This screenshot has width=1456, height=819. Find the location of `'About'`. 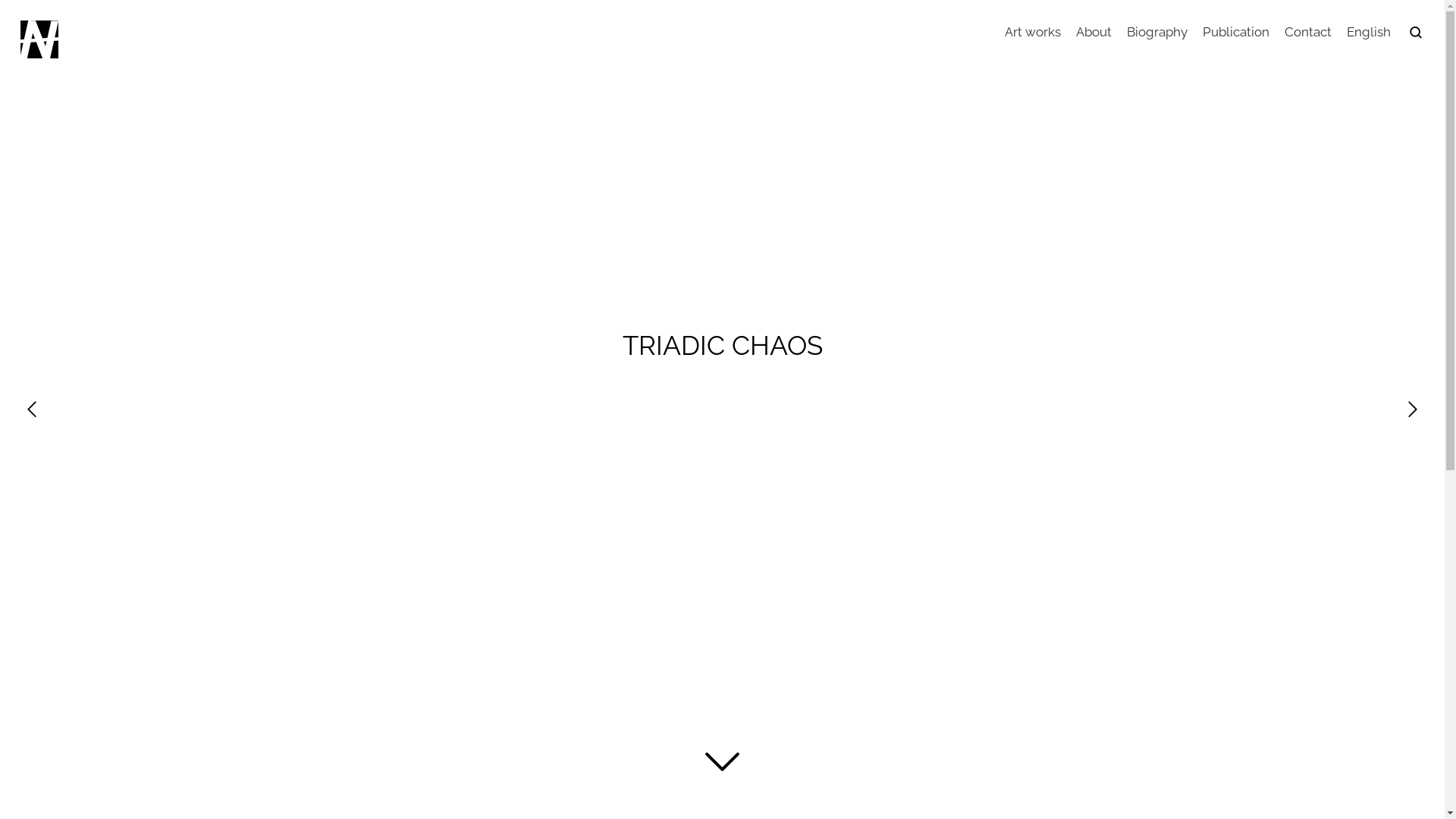

'About' is located at coordinates (1094, 32).